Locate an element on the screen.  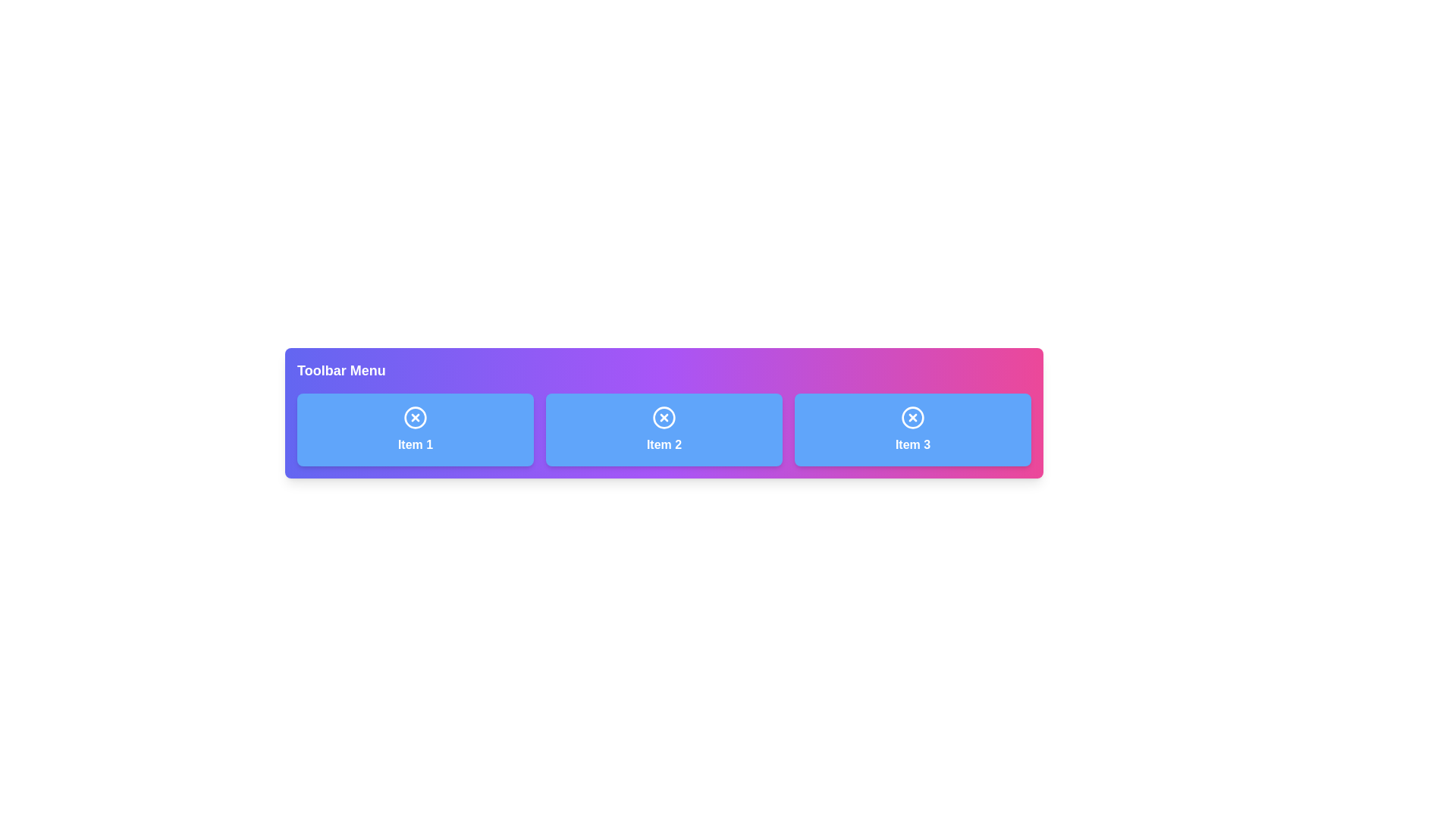
the Text Label at the top-left corner of the toolbar, which serves as a title or label for the toolbar is located at coordinates (340, 371).